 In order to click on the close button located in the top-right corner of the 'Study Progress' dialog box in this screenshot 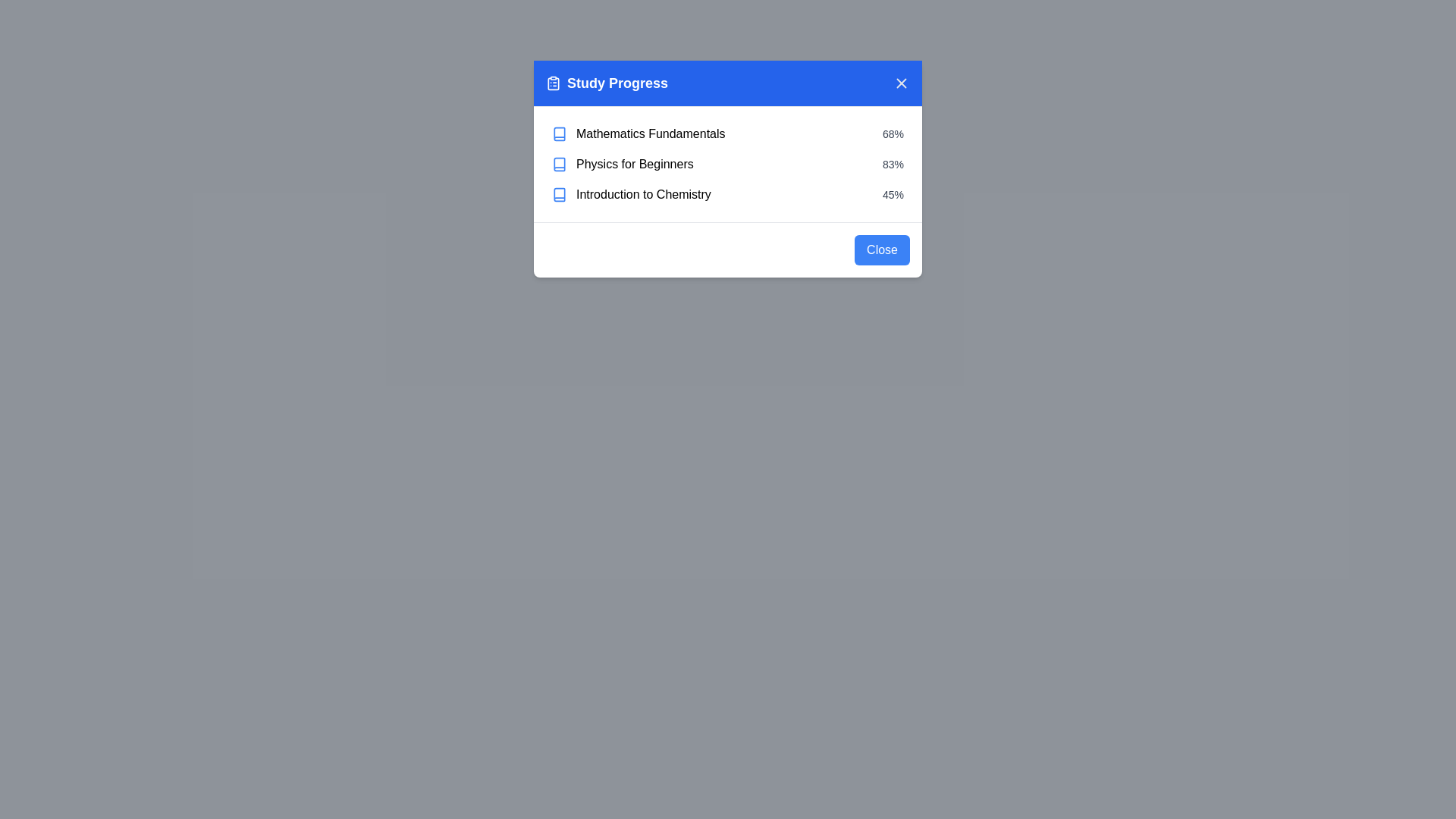, I will do `click(902, 83)`.